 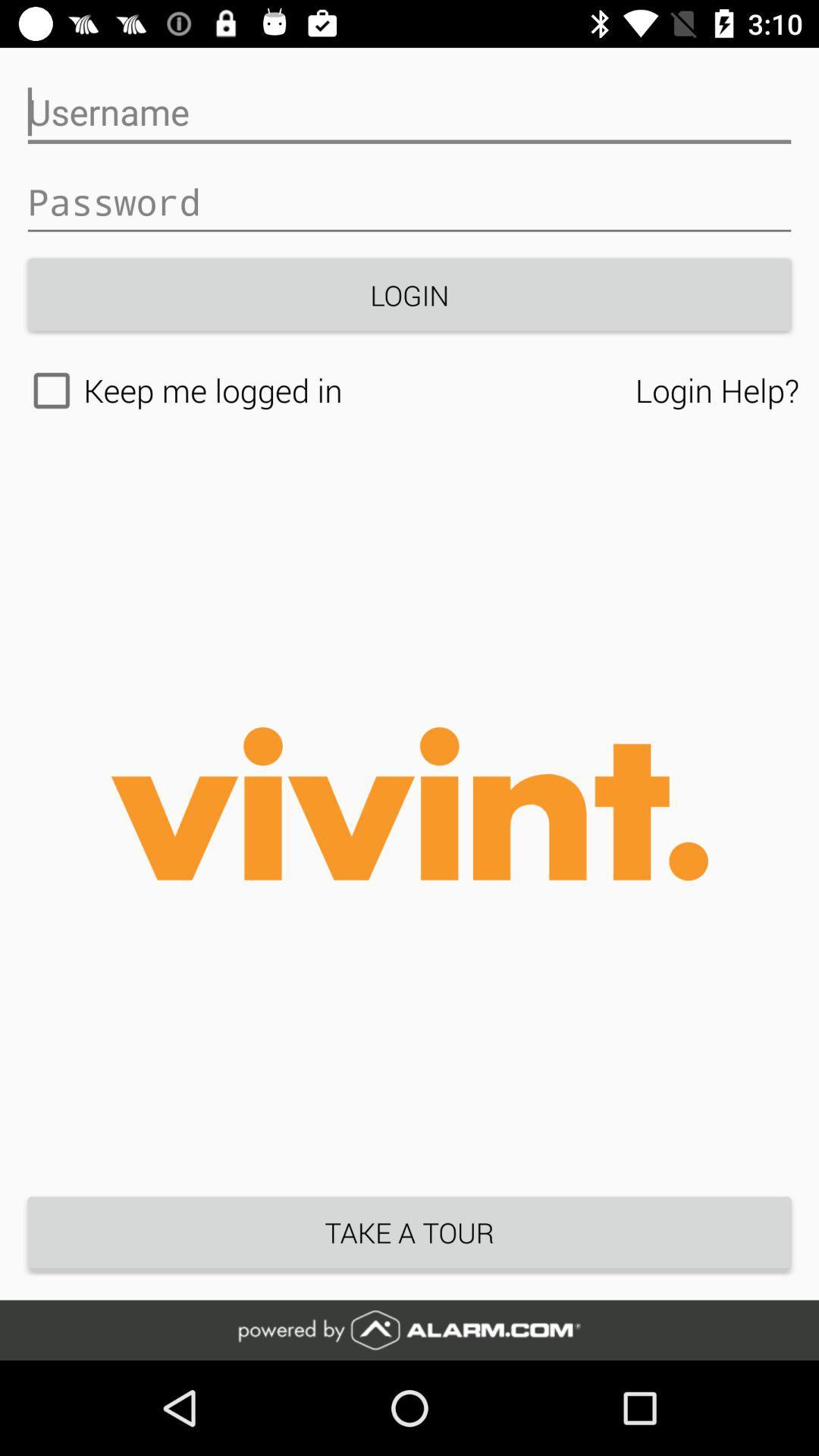 What do you see at coordinates (327, 391) in the screenshot?
I see `keep me logged item` at bounding box center [327, 391].